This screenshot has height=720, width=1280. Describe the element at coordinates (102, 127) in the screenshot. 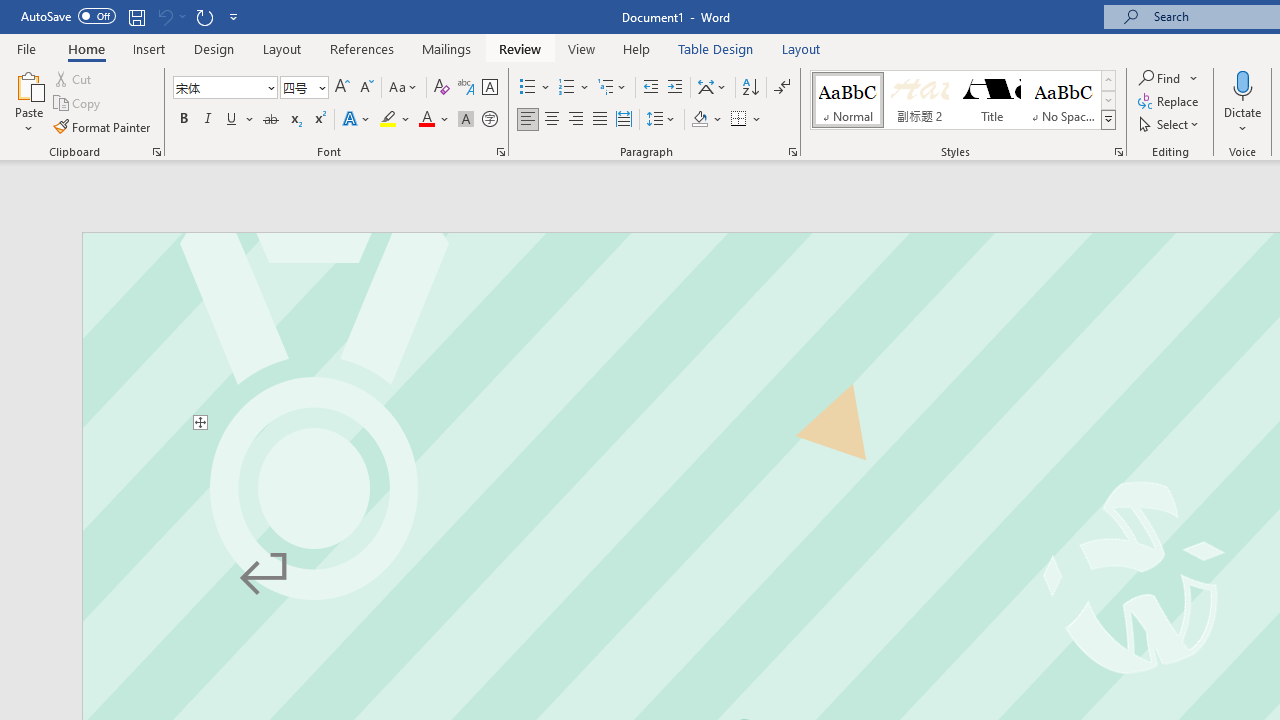

I see `'Format Painter'` at that location.